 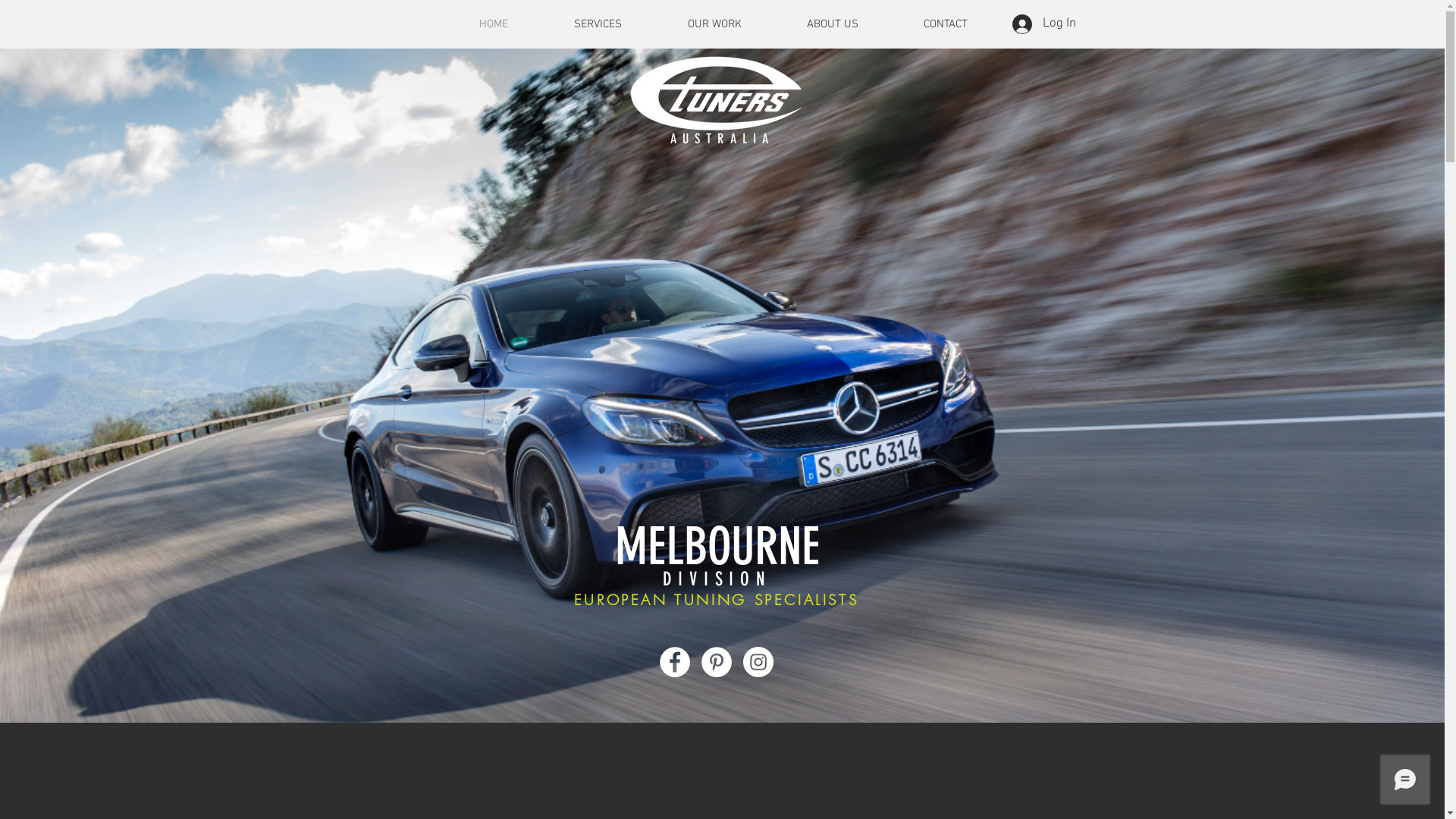 What do you see at coordinates (1043, 24) in the screenshot?
I see `'Log In'` at bounding box center [1043, 24].